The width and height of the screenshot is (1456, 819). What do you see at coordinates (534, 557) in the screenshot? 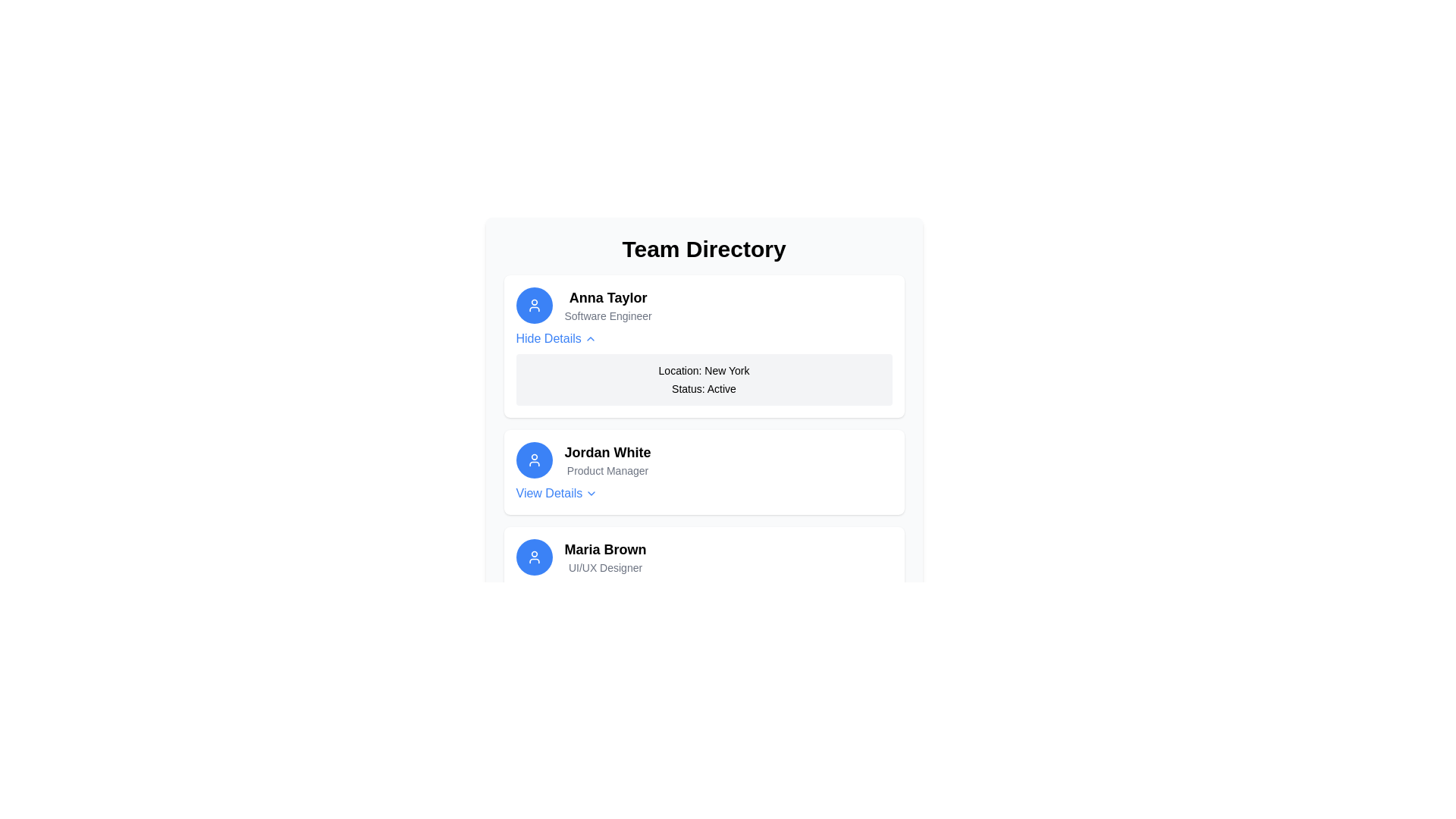
I see `the user profile icon located on the left-hand side of the third profile card in the 'Team Directory' section` at bounding box center [534, 557].